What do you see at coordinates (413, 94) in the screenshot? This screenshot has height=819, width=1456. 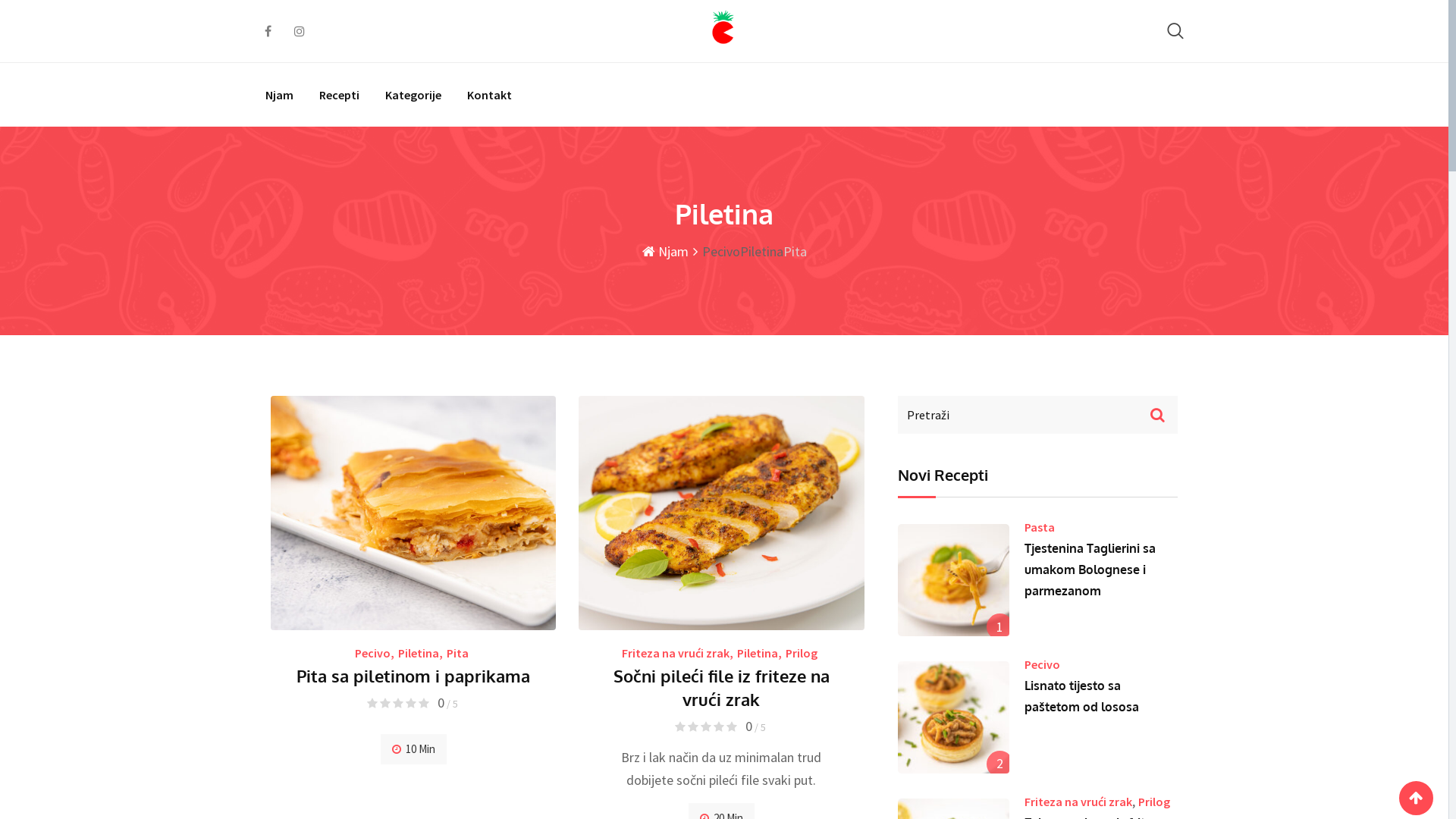 I see `'Kategorije'` at bounding box center [413, 94].